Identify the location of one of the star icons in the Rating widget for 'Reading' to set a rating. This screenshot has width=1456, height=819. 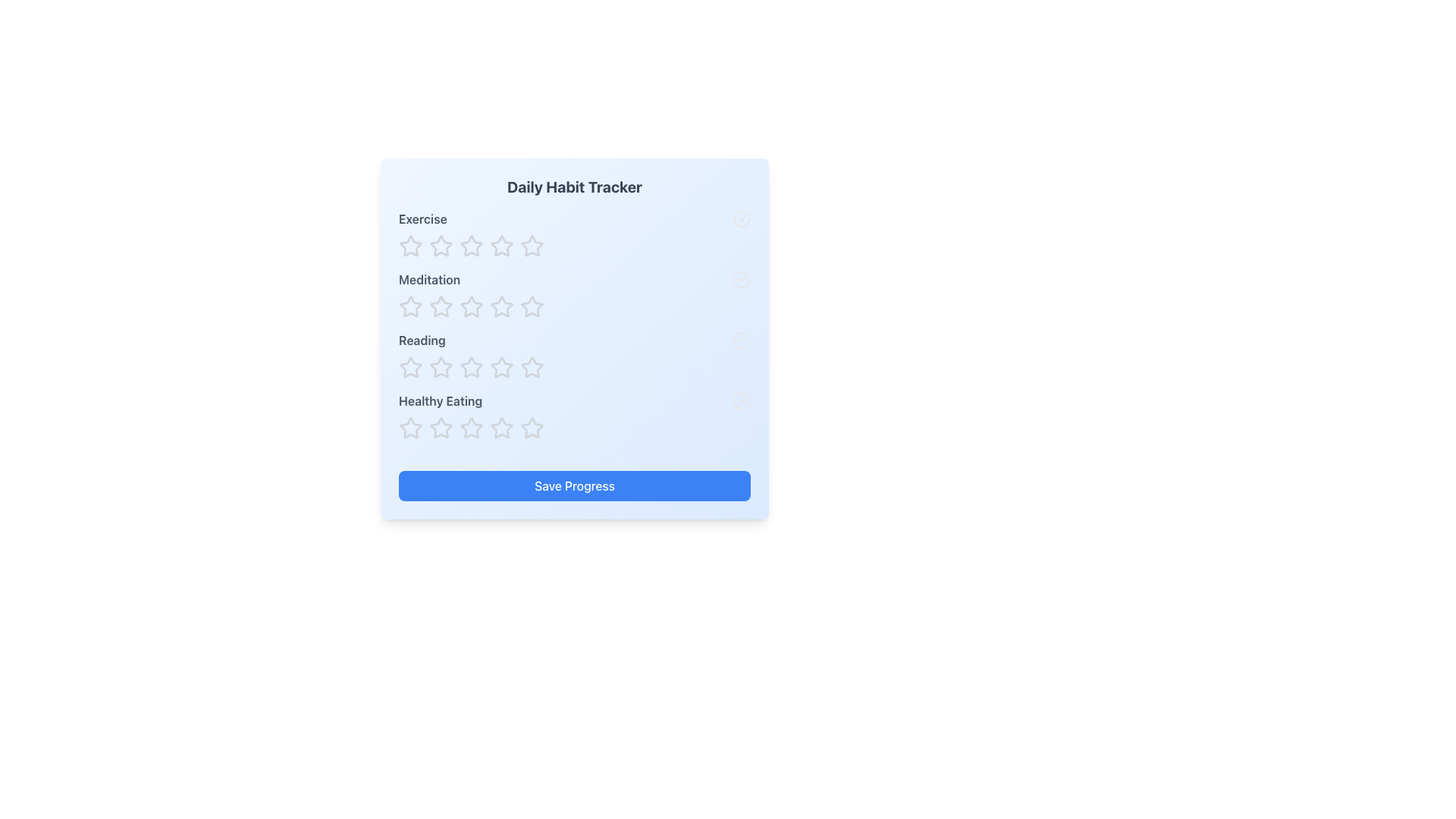
(574, 368).